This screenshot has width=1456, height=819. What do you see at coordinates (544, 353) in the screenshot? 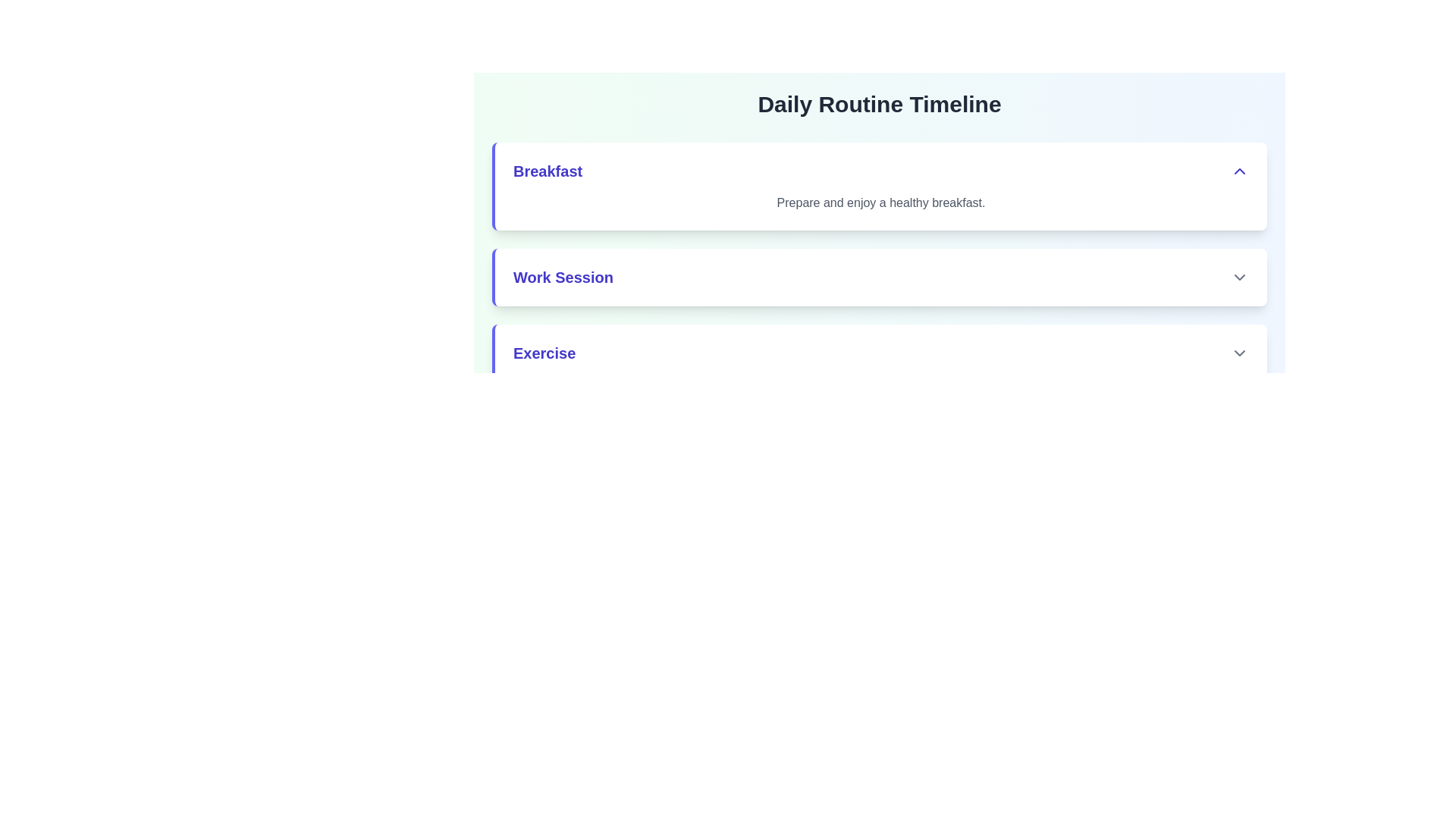
I see `the text label that serves as the title for the collapsible panel related to exercise tasks, located in the third section of a vertical list, immediately below the 'Work Session' section` at bounding box center [544, 353].